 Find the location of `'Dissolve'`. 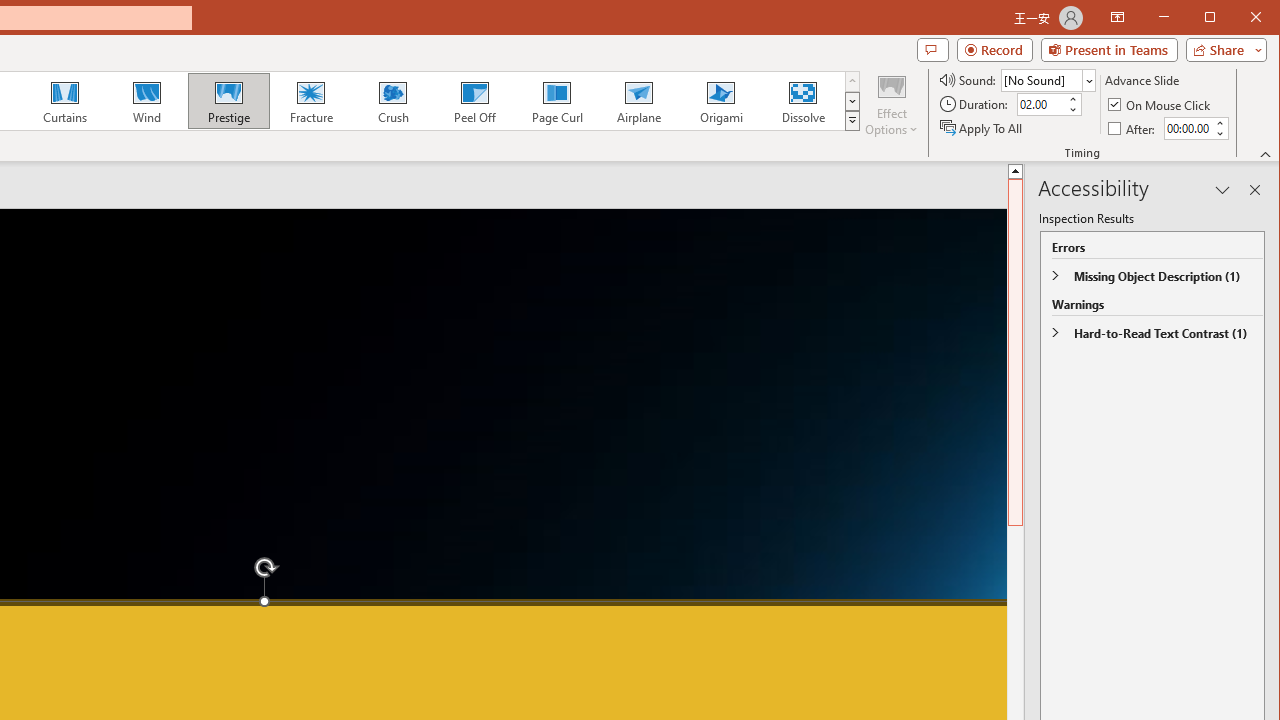

'Dissolve' is located at coordinates (802, 100).